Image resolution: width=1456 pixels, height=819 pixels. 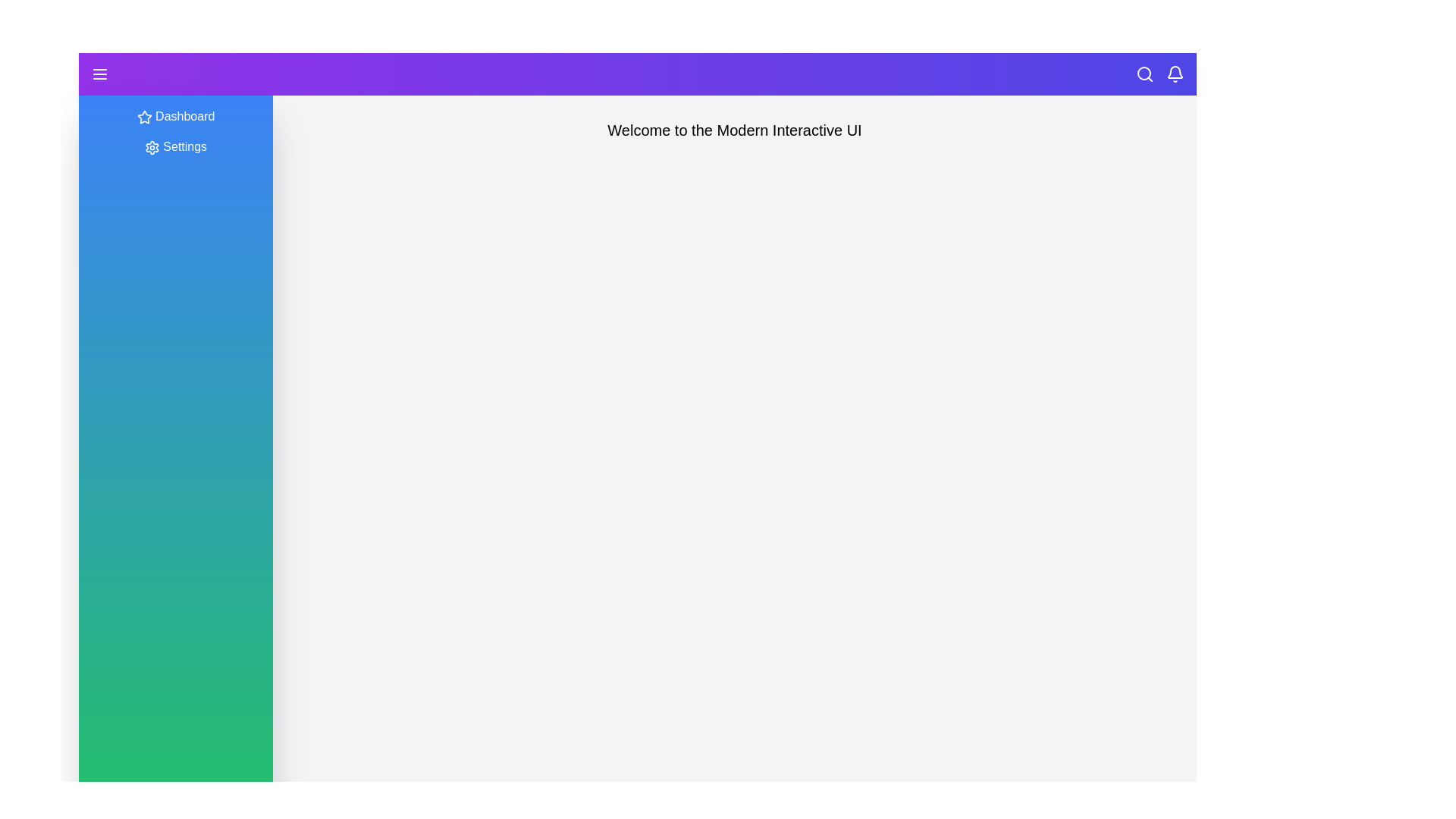 I want to click on the 'Dashboard' item in the sidebar, so click(x=175, y=116).